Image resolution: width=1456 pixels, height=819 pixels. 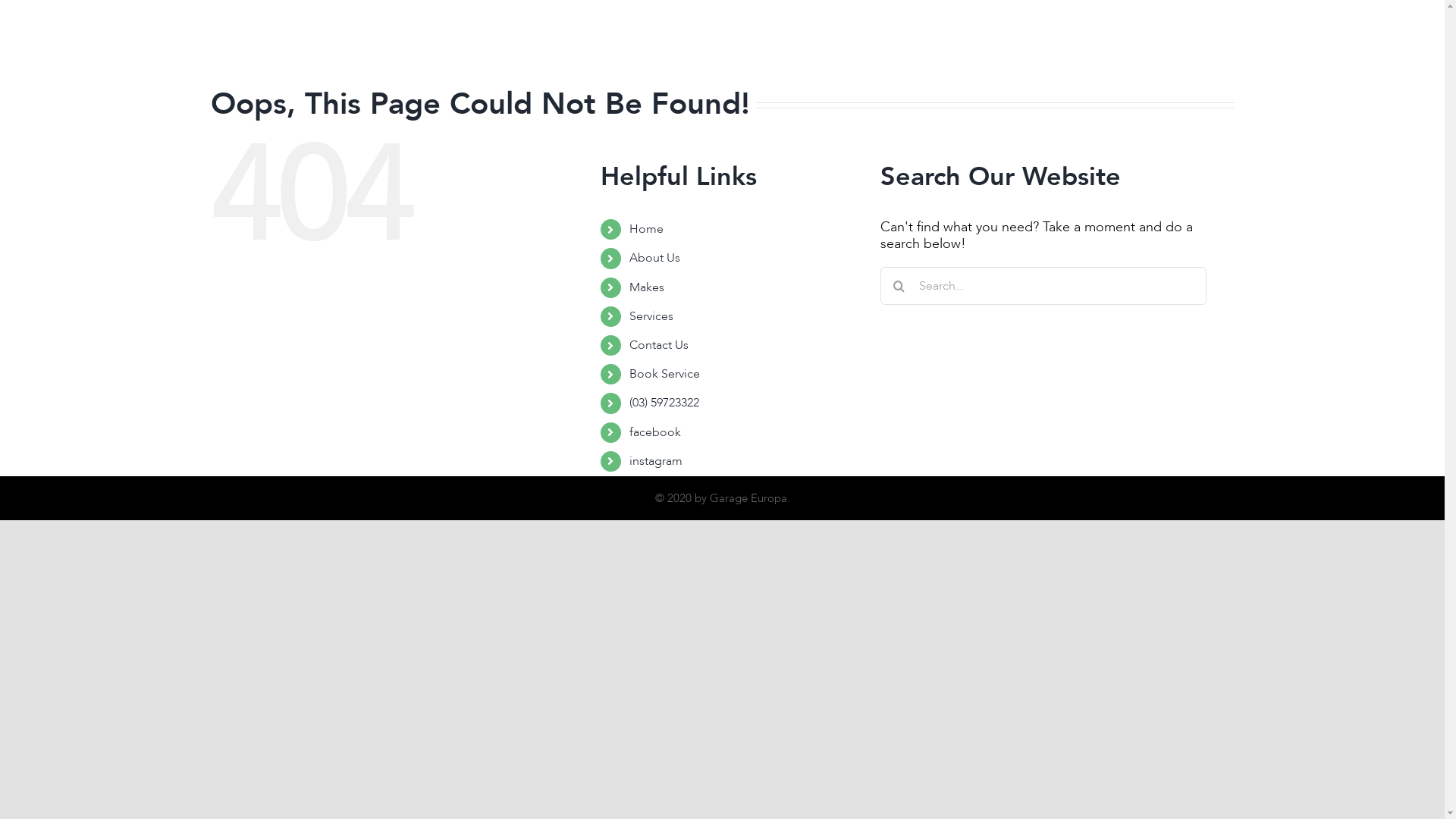 What do you see at coordinates (629, 460) in the screenshot?
I see `'instagram'` at bounding box center [629, 460].